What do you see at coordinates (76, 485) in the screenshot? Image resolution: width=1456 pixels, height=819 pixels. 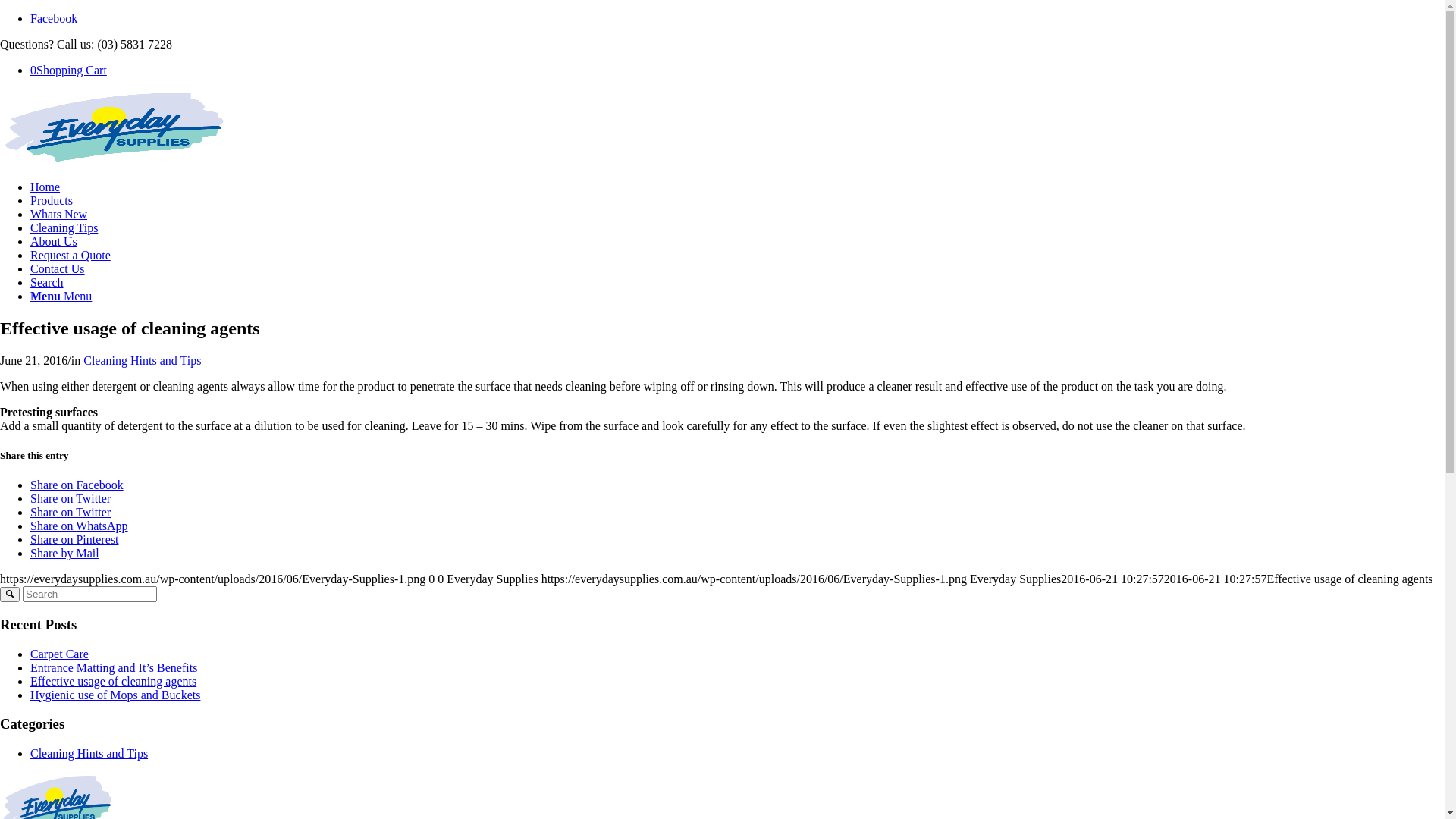 I see `'Share on Facebook'` at bounding box center [76, 485].